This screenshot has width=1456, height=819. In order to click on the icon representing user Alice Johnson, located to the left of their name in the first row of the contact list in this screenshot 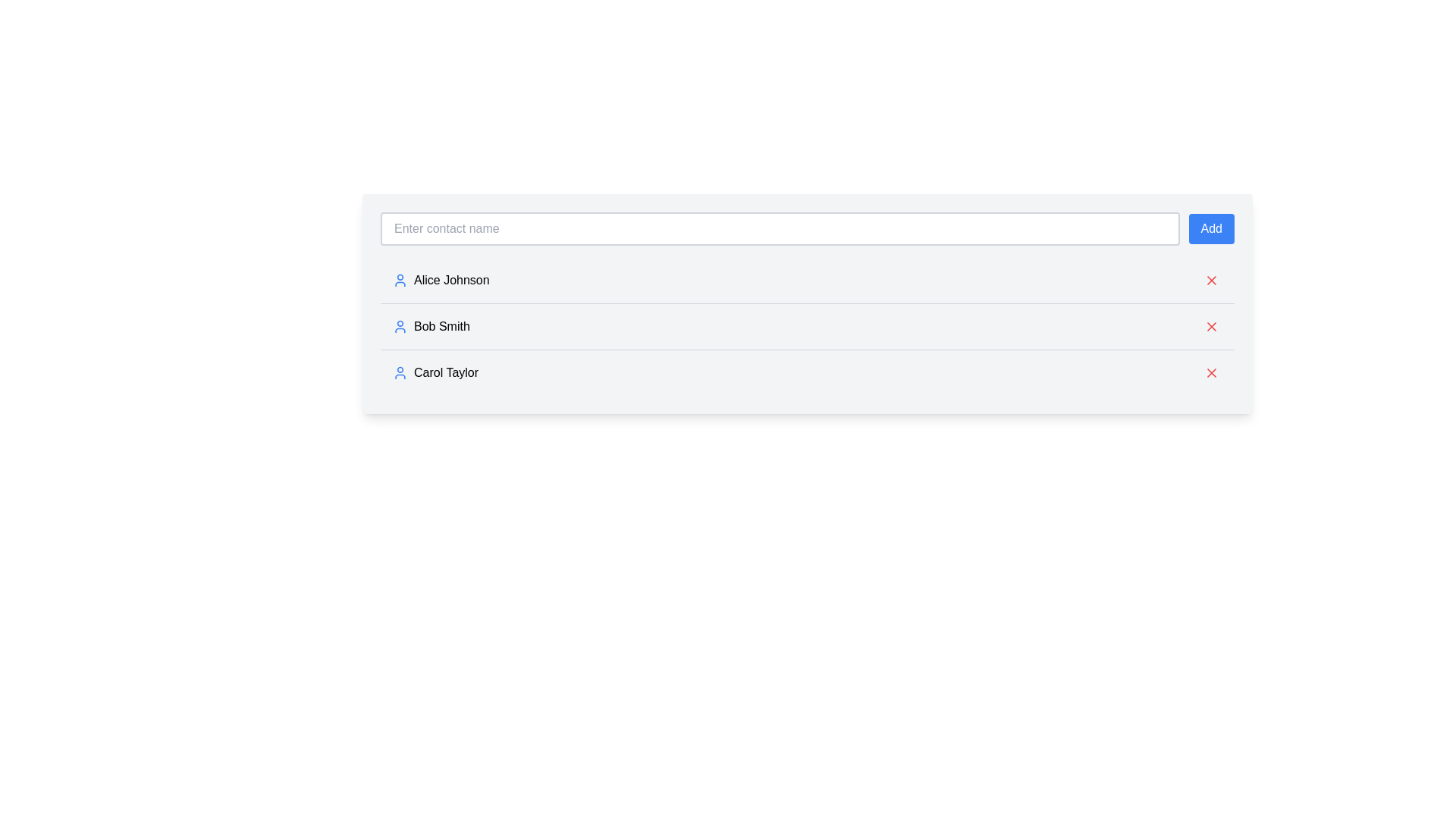, I will do `click(400, 281)`.